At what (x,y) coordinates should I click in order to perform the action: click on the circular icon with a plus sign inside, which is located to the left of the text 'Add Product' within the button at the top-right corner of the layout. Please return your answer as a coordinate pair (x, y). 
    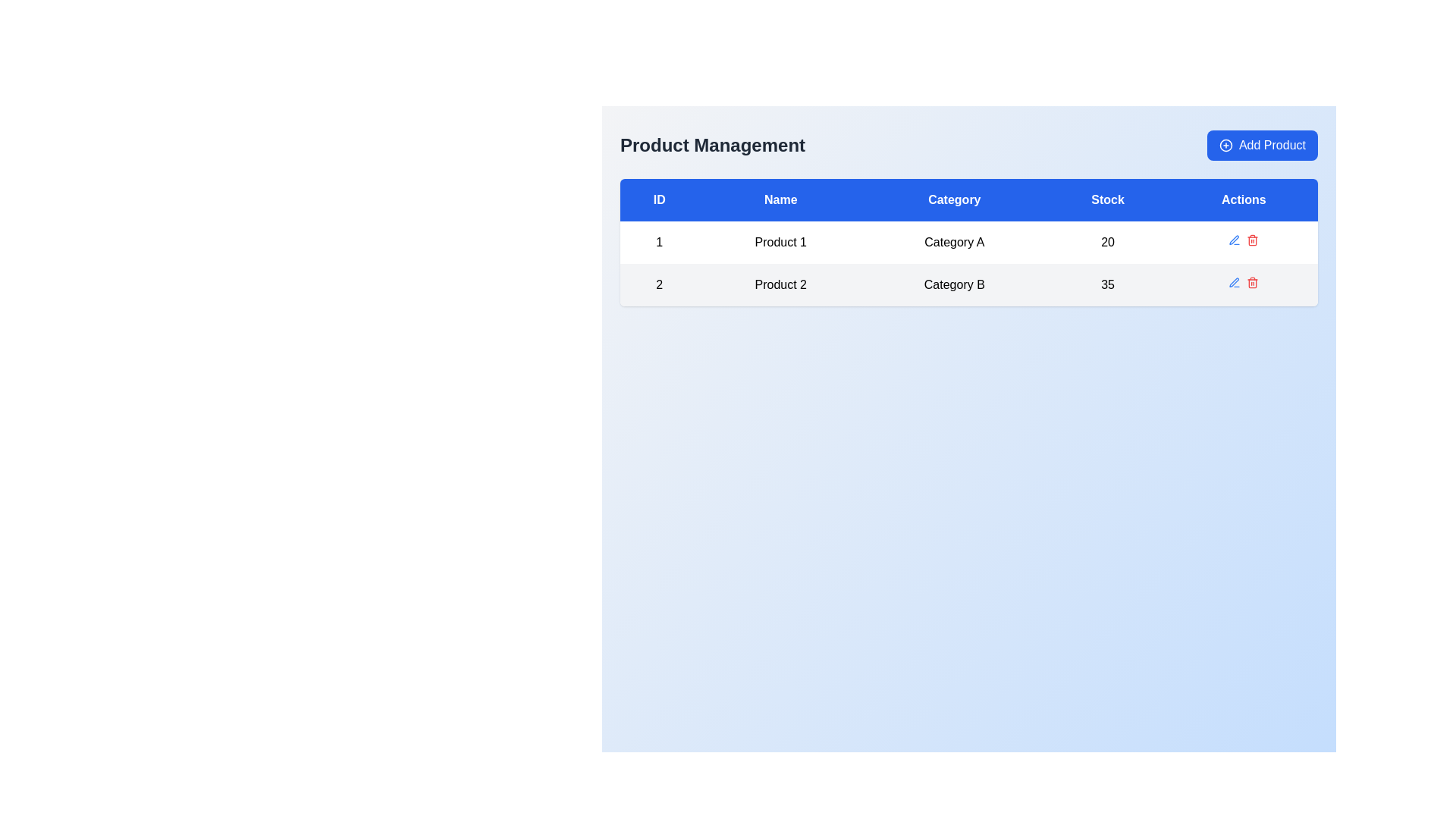
    Looking at the image, I should click on (1226, 146).